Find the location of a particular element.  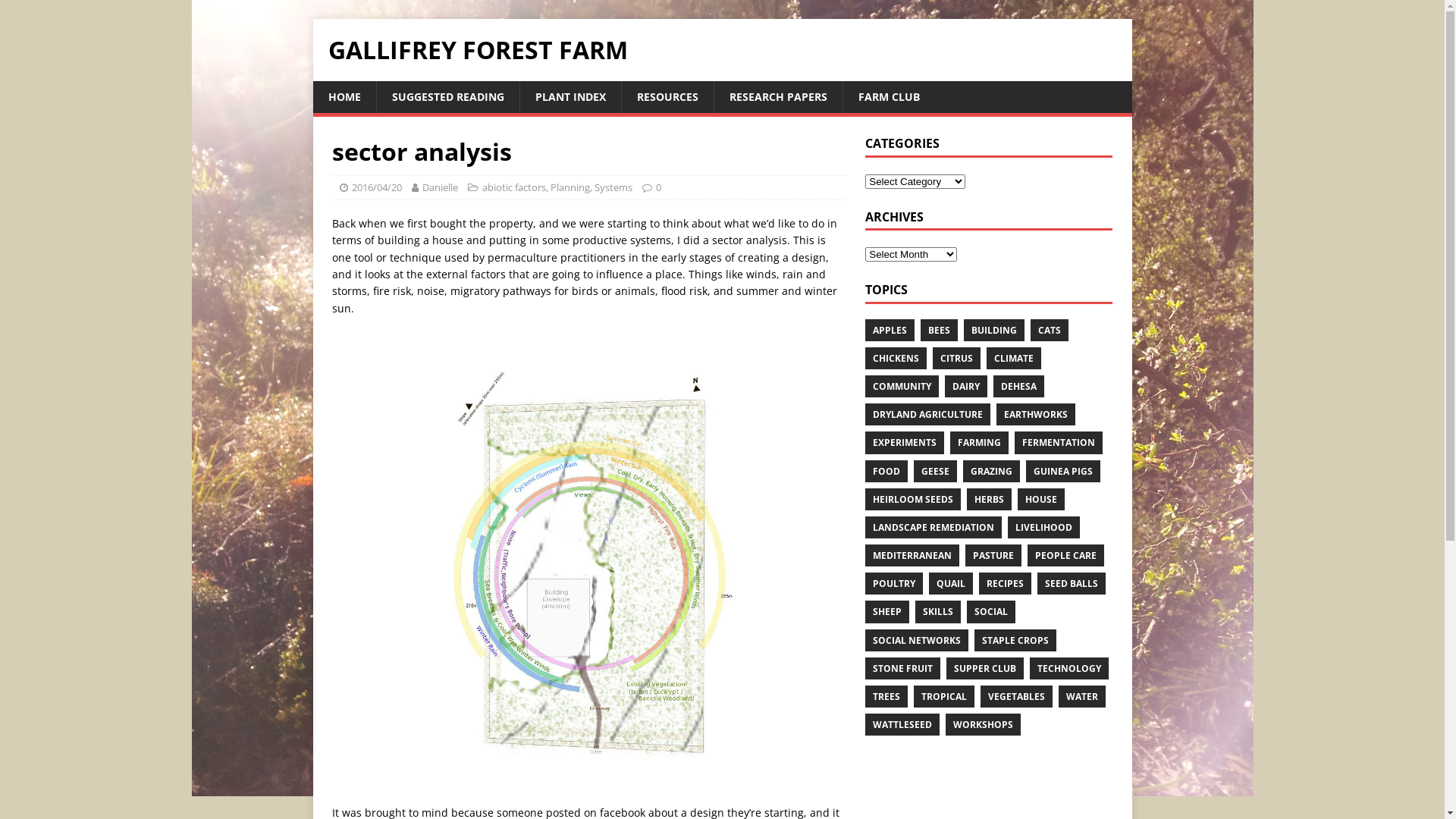

'GRAZING' is located at coordinates (991, 469).